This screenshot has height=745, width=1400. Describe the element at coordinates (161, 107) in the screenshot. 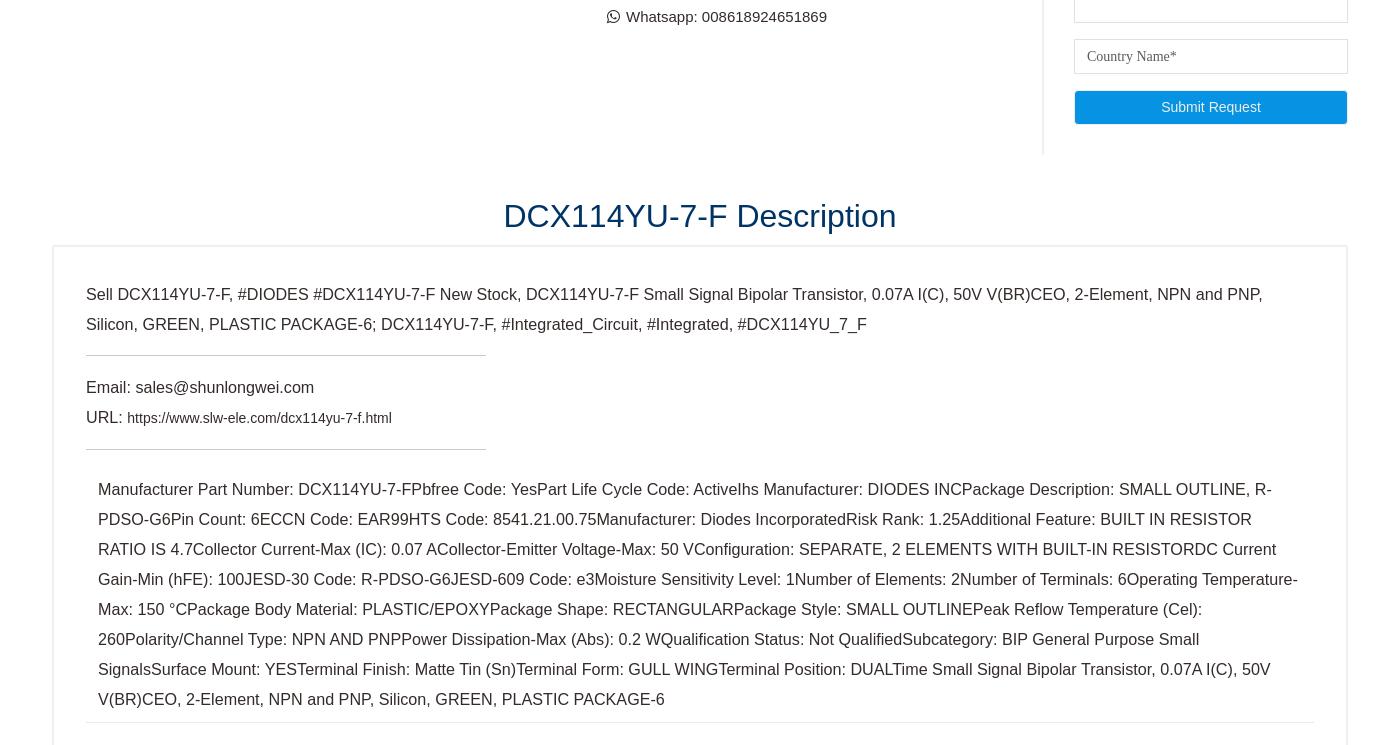

I see `'sales@shunlongwei.com'` at that location.